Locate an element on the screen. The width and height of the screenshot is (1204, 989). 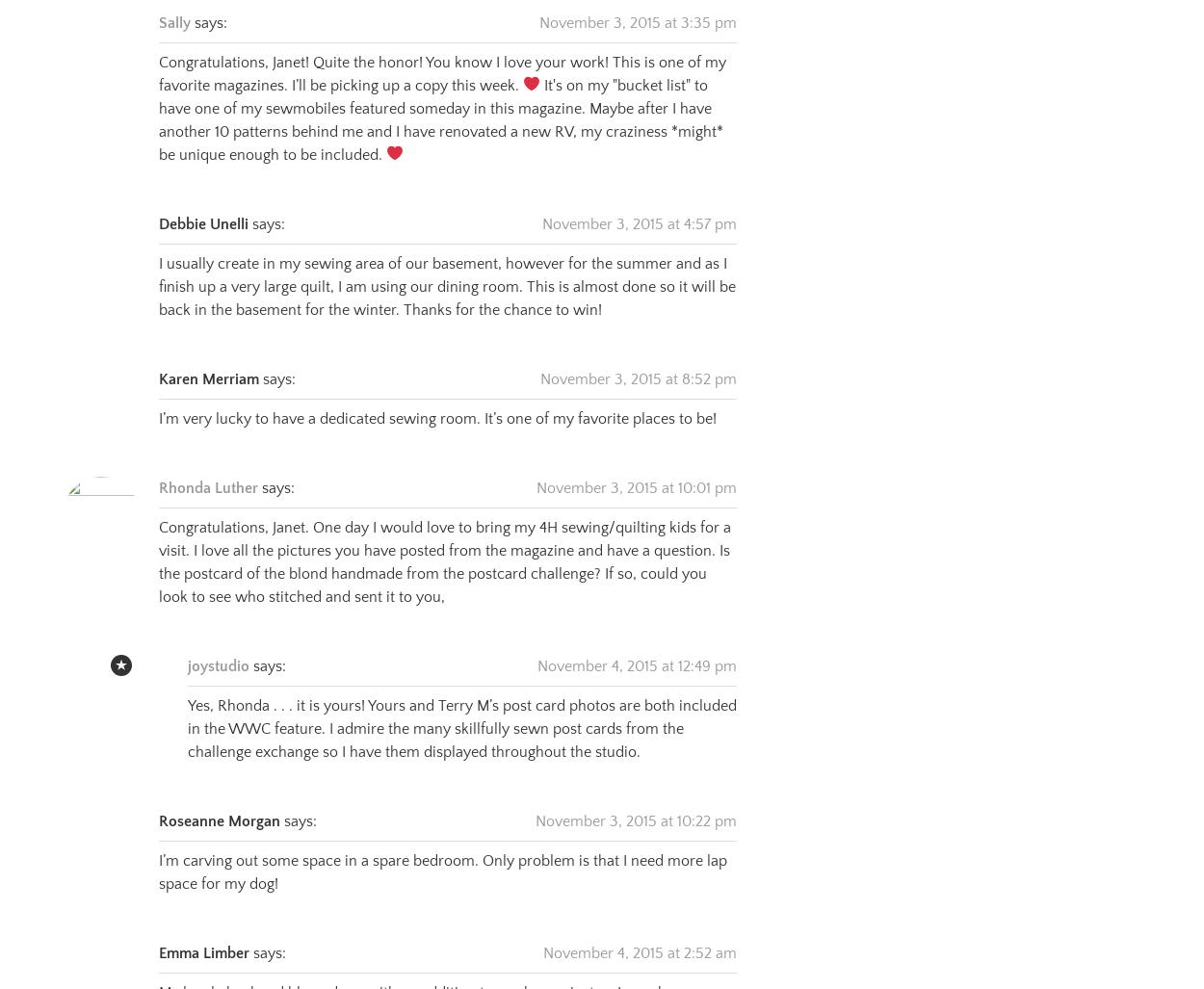
'Congratulations, Janet!   Quite the honor!   You know I love your work!    This is one of my favorite magazines.  I’ll be picking up a copy this week.' is located at coordinates (441, 49).